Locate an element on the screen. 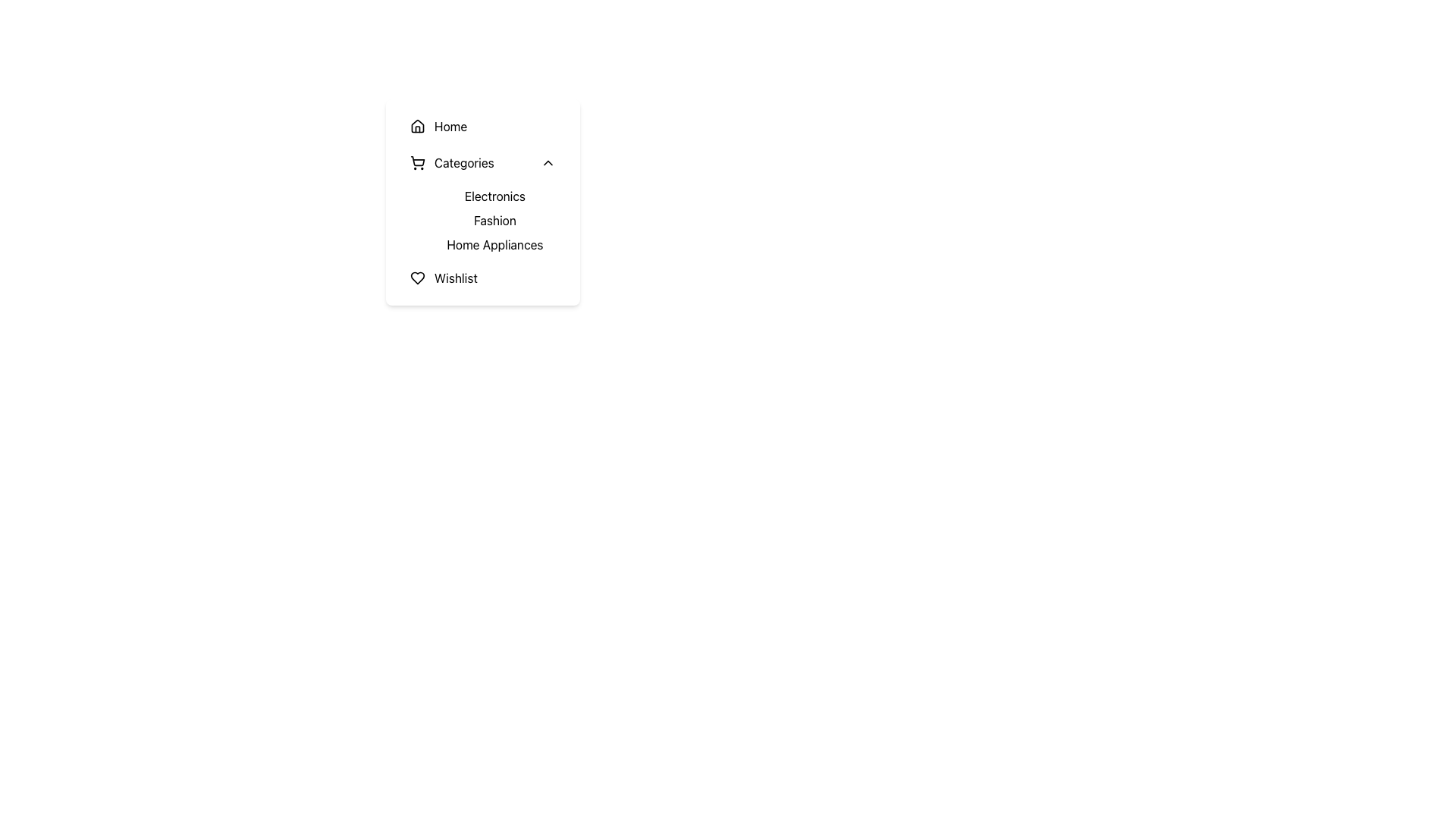  the 'Fashion' link in the Hyperlinked menu list located under the 'Categories' section is located at coordinates (494, 220).